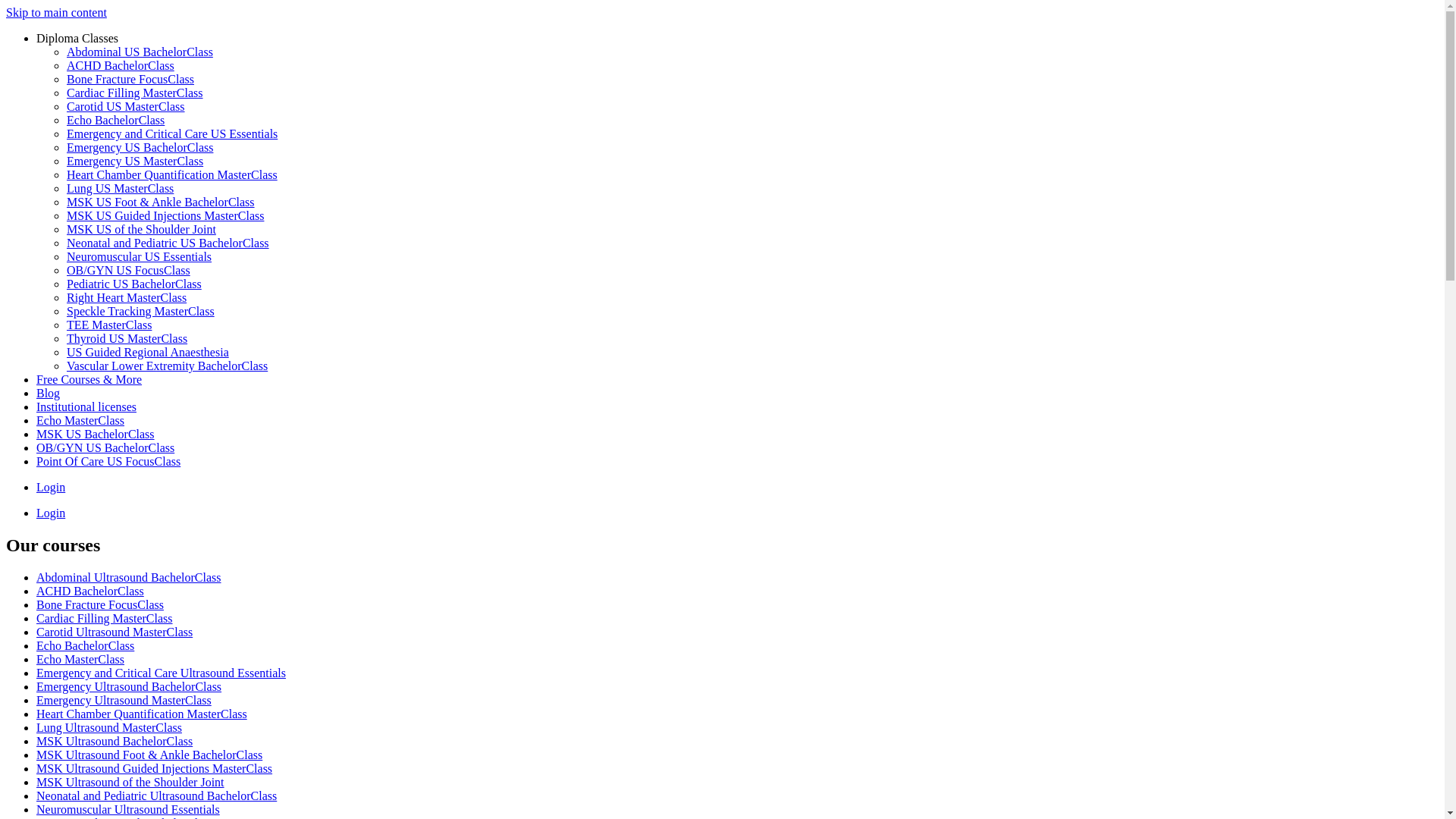 The width and height of the screenshot is (1456, 819). What do you see at coordinates (126, 105) in the screenshot?
I see `'Carotid US MasterClass'` at bounding box center [126, 105].